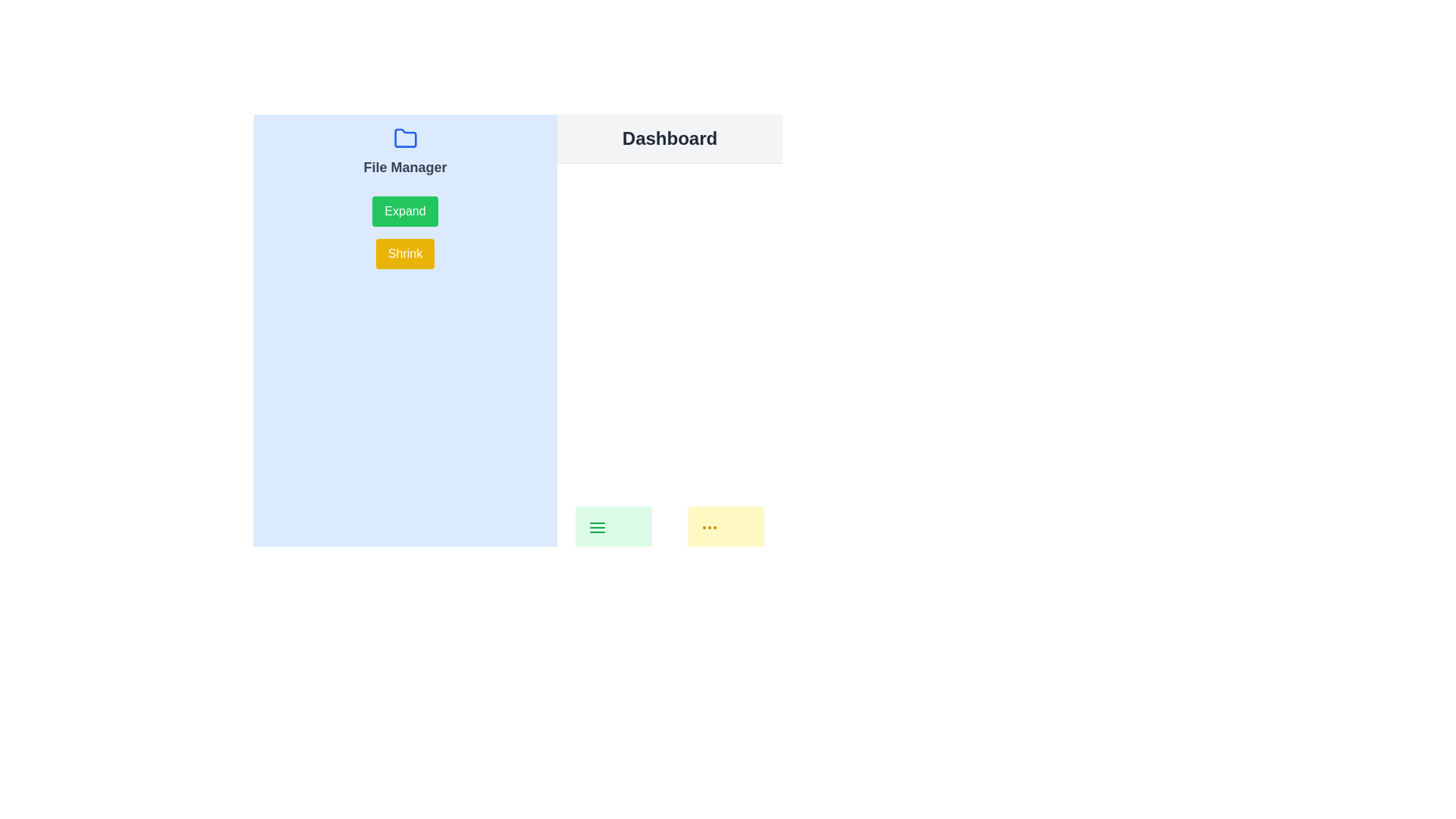 The width and height of the screenshot is (1456, 819). What do you see at coordinates (405, 167) in the screenshot?
I see `the text label that serves as a title for the file management section, positioned between a folder icon above and 'Expand' and 'Shrink' buttons below` at bounding box center [405, 167].